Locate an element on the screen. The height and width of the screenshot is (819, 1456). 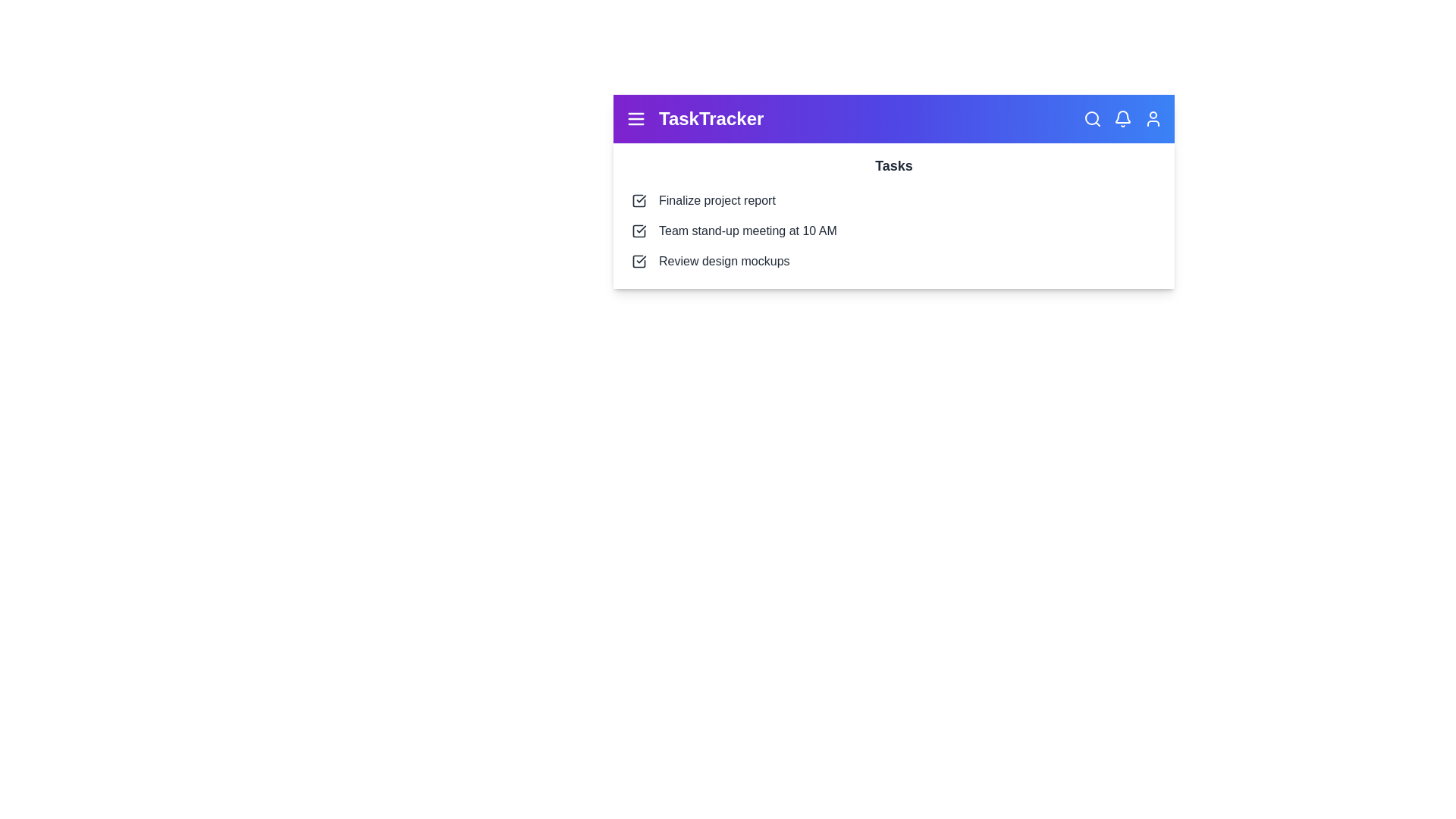
the user profile icon located at the top-right corner of the app bar is located at coordinates (1153, 118).